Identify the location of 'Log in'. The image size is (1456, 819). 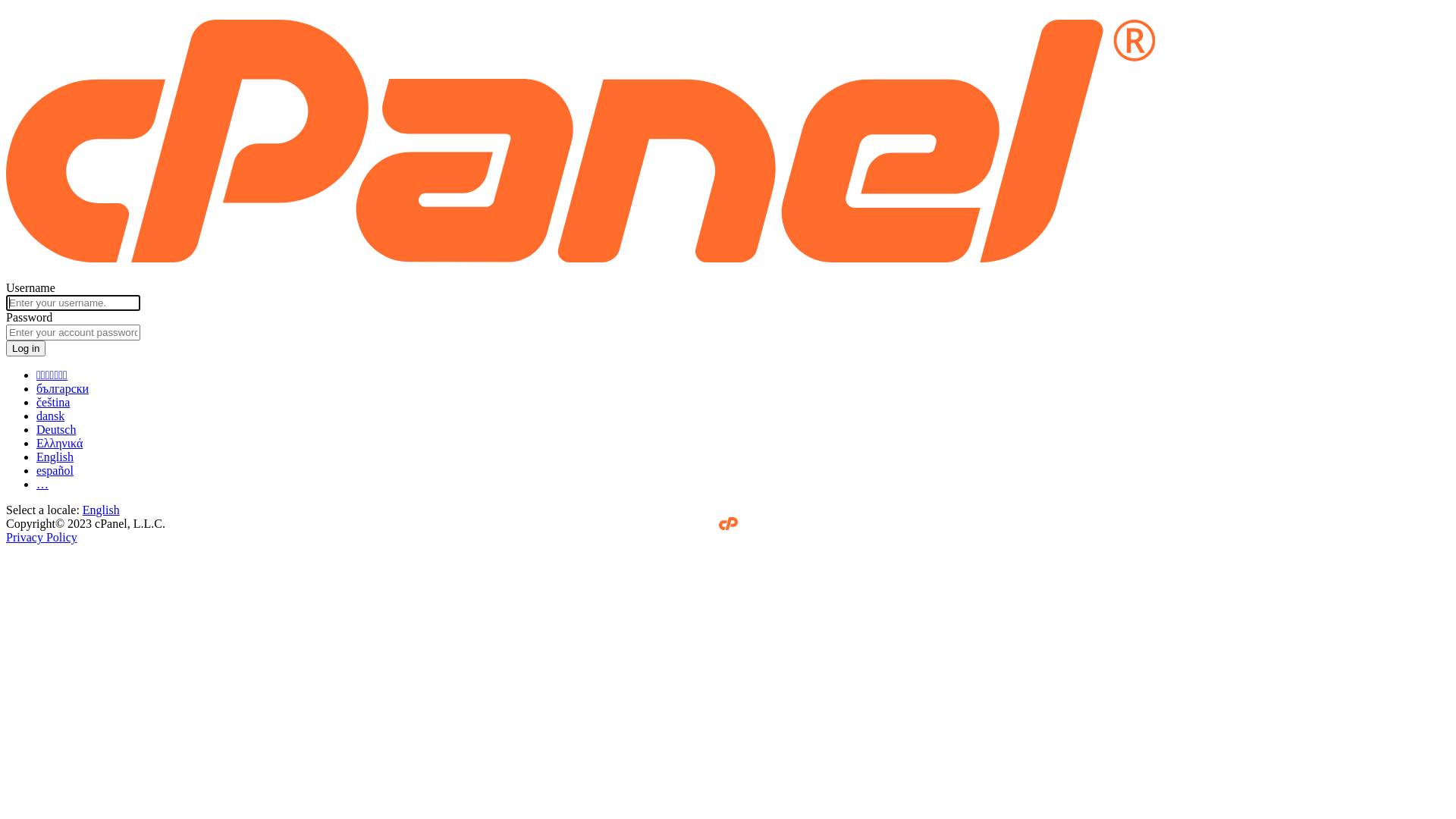
(25, 348).